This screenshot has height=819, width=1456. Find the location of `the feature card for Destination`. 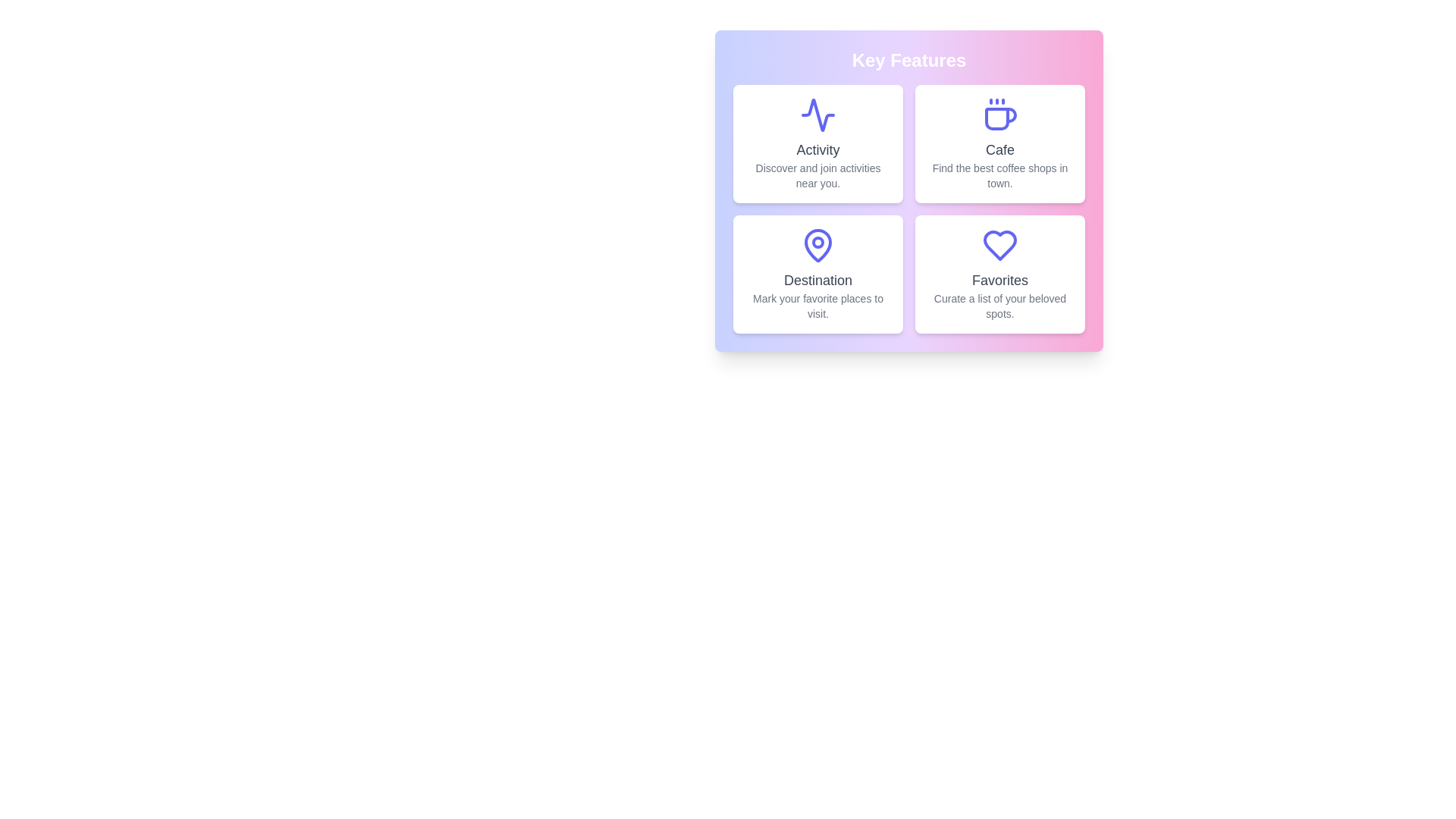

the feature card for Destination is located at coordinates (817, 275).